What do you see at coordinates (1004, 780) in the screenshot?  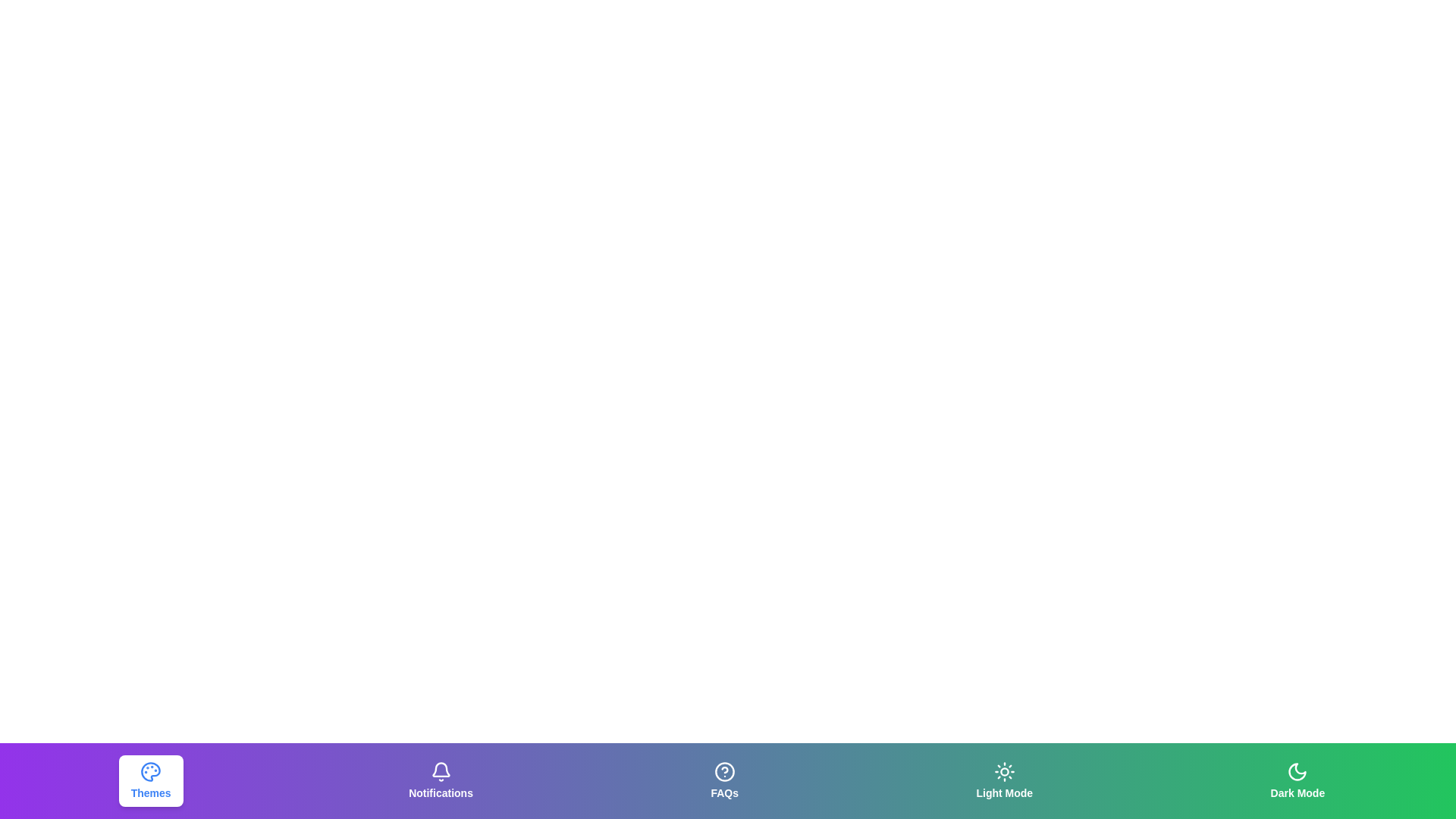 I see `the tab labeled Light Mode to select it` at bounding box center [1004, 780].